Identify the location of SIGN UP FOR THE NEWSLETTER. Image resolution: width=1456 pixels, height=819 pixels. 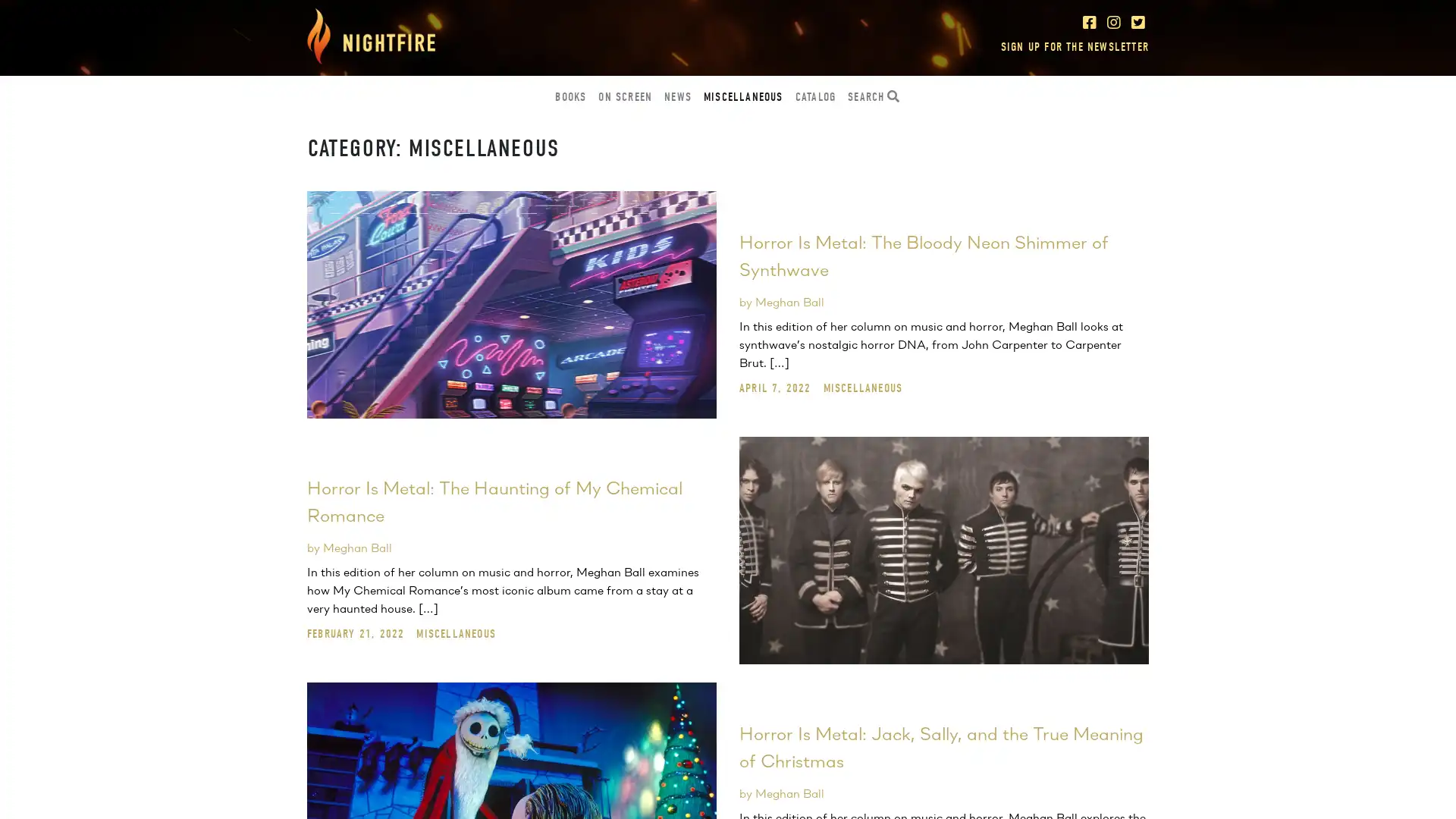
(1073, 45).